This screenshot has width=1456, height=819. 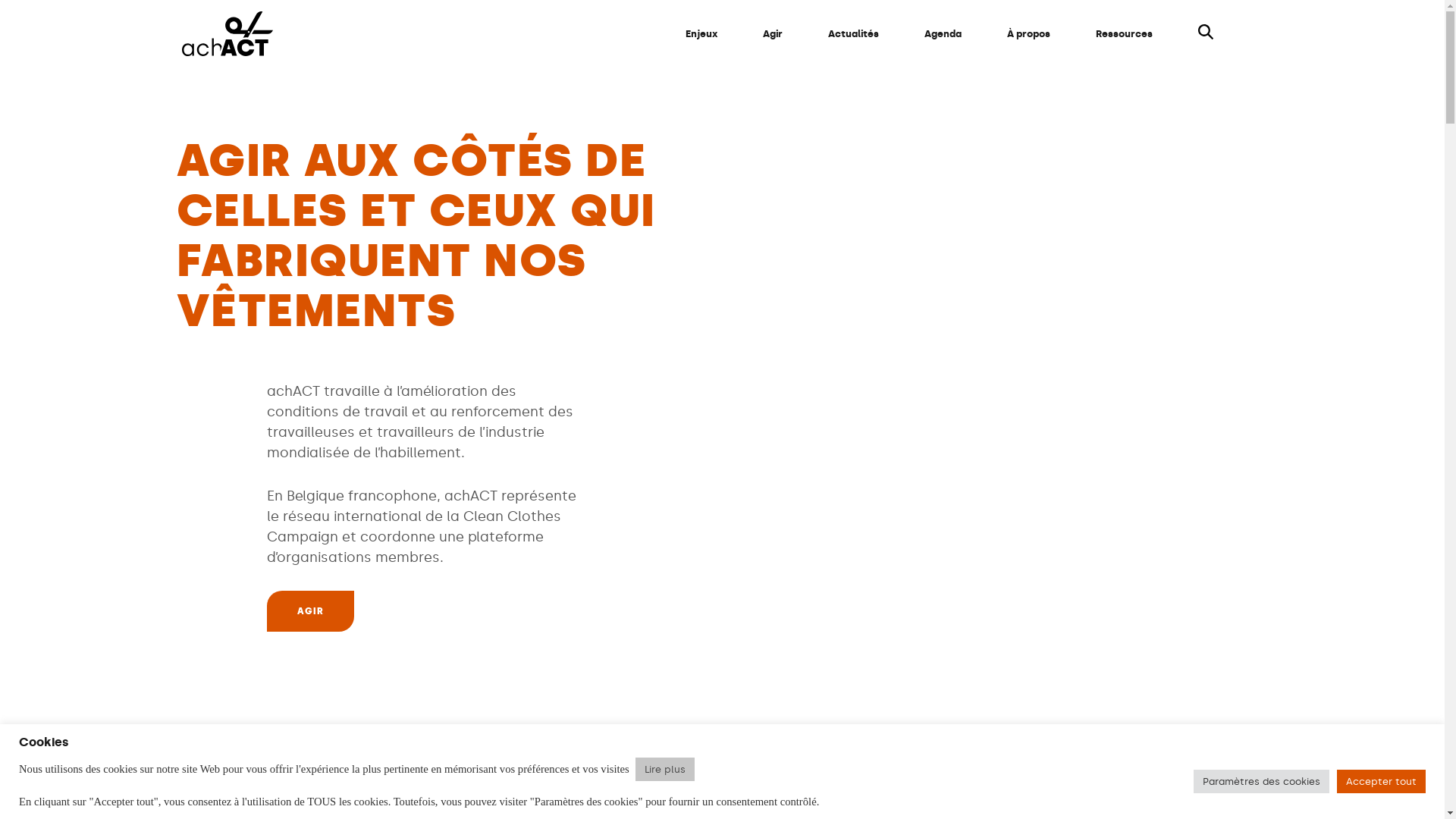 I want to click on 'Lire plus', so click(x=665, y=769).